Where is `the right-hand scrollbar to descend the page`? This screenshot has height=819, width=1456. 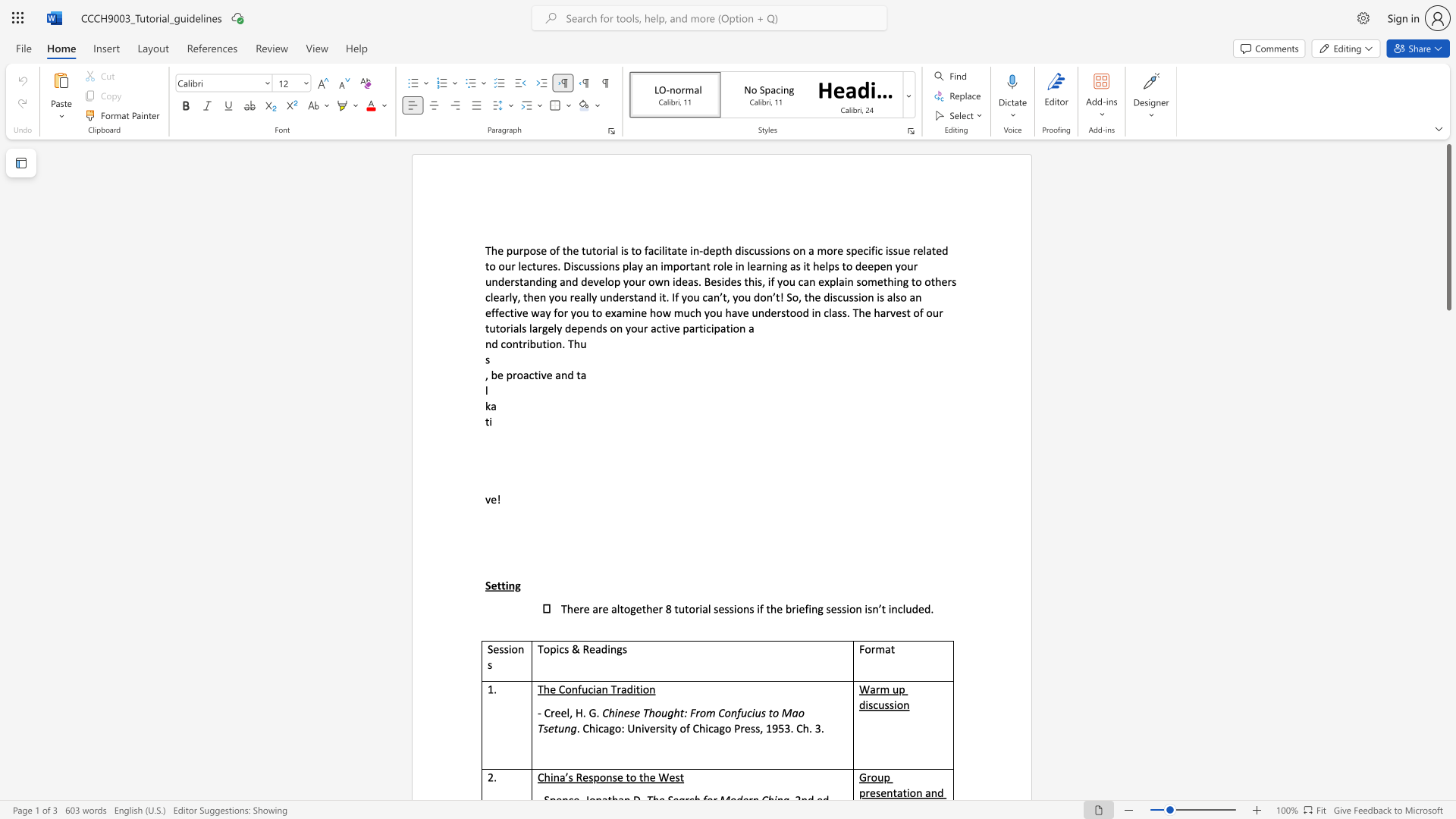 the right-hand scrollbar to descend the page is located at coordinates (1448, 493).